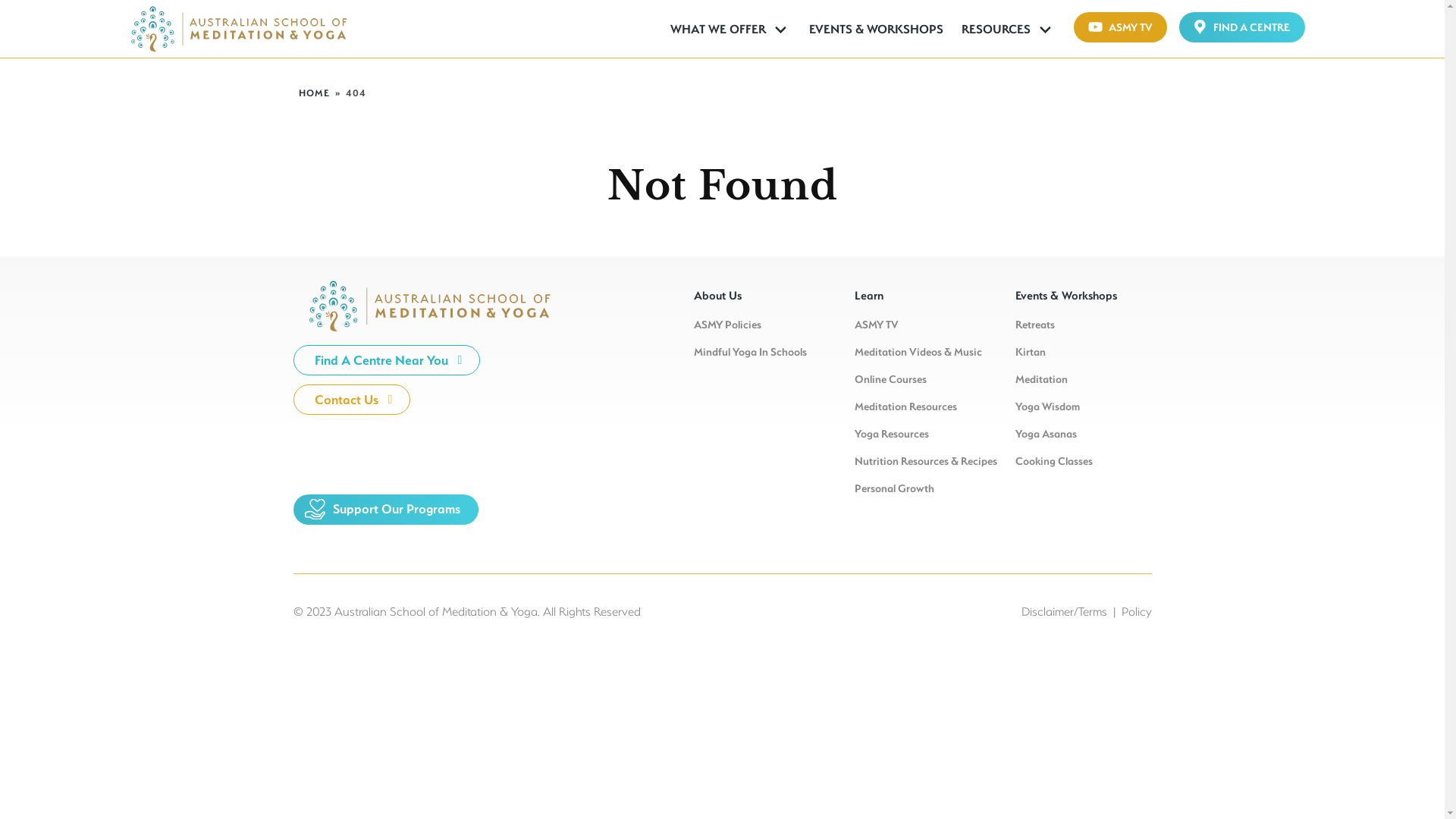  I want to click on 'About Us', so click(692, 296).